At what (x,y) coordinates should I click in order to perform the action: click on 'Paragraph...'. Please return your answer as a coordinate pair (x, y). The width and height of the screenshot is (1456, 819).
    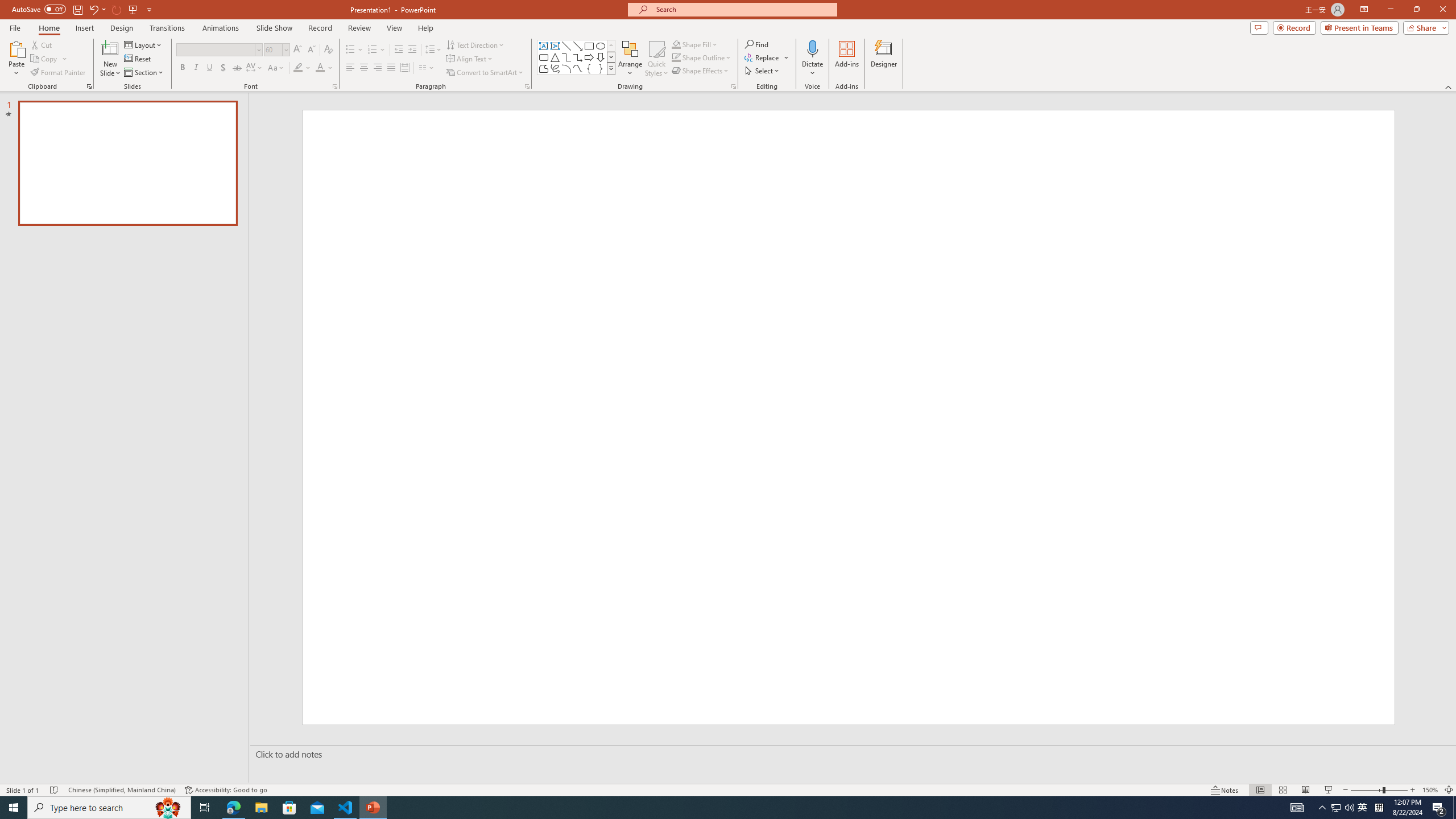
    Looking at the image, I should click on (526, 85).